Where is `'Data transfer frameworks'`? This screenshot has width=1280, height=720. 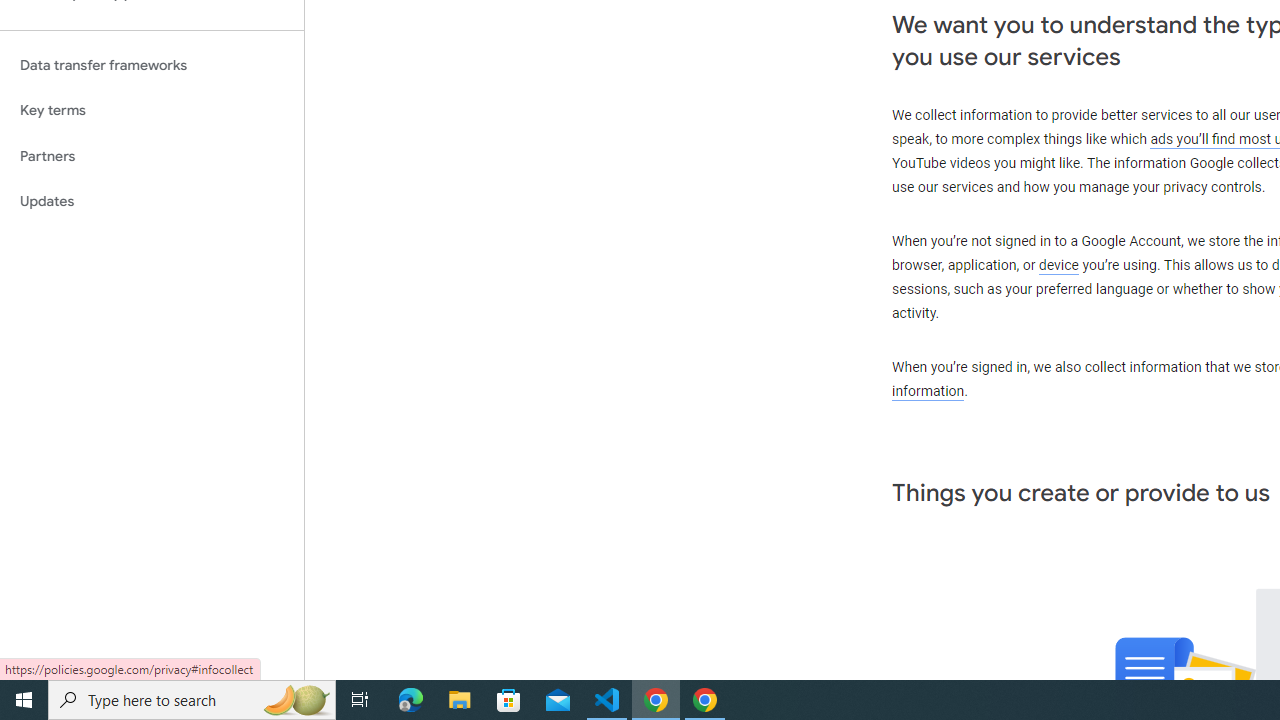 'Data transfer frameworks' is located at coordinates (151, 64).